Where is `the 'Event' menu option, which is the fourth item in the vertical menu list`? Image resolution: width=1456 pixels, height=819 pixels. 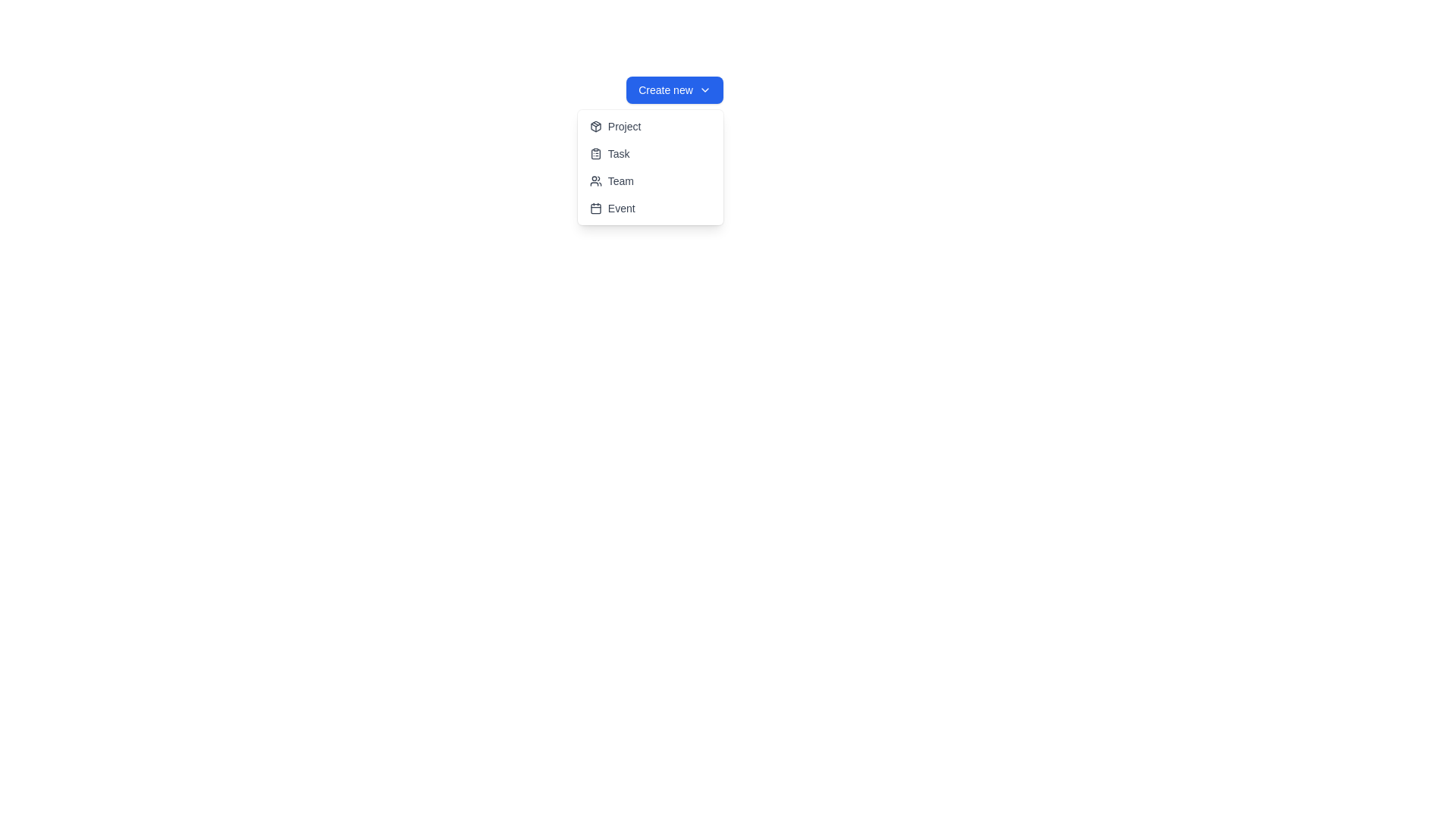 the 'Event' menu option, which is the fourth item in the vertical menu list is located at coordinates (650, 208).